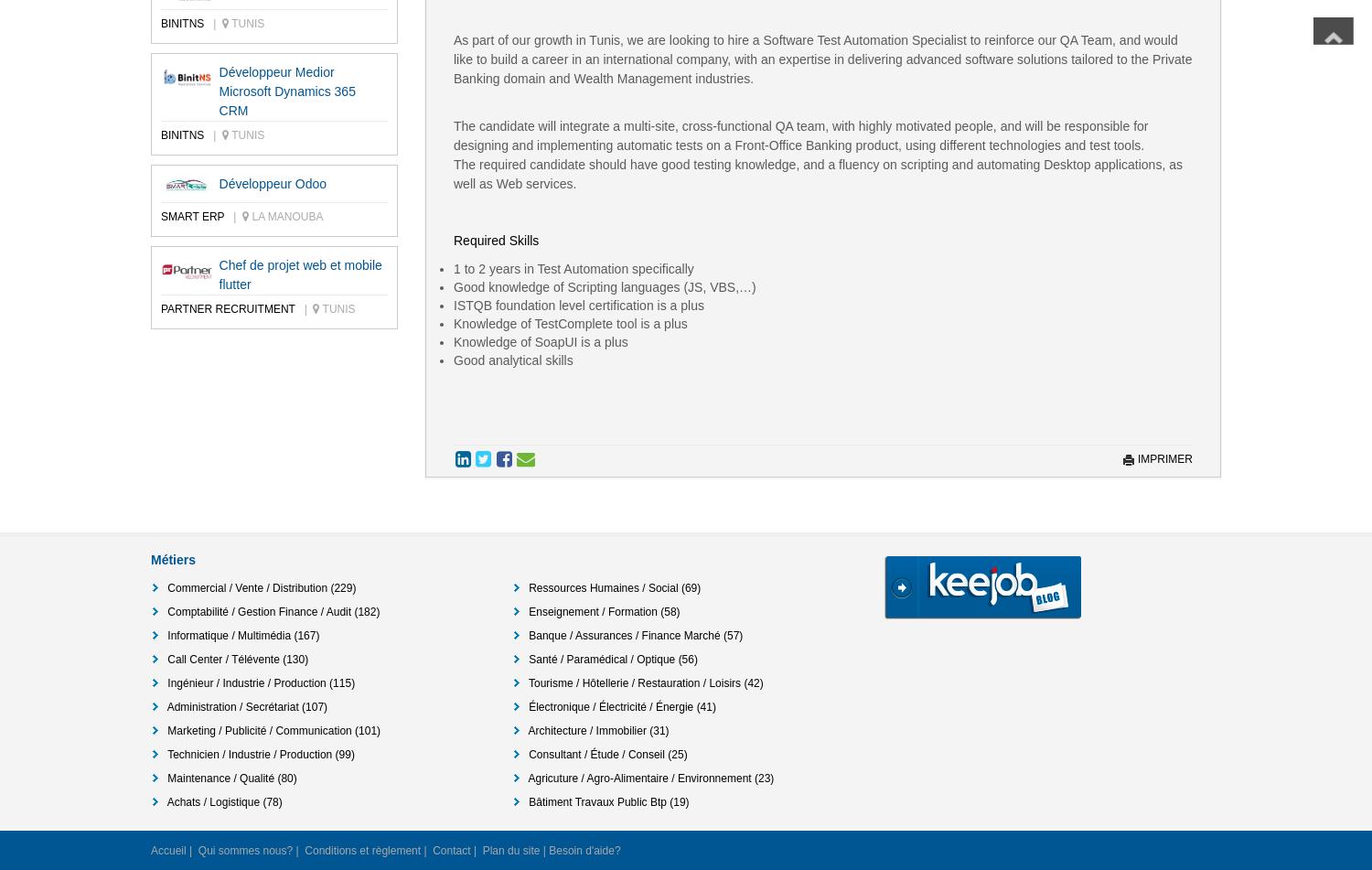 The image size is (1372, 870). What do you see at coordinates (649, 777) in the screenshot?
I see `'Agricuture / Agro-Alimentaire / Environnement (23)'` at bounding box center [649, 777].